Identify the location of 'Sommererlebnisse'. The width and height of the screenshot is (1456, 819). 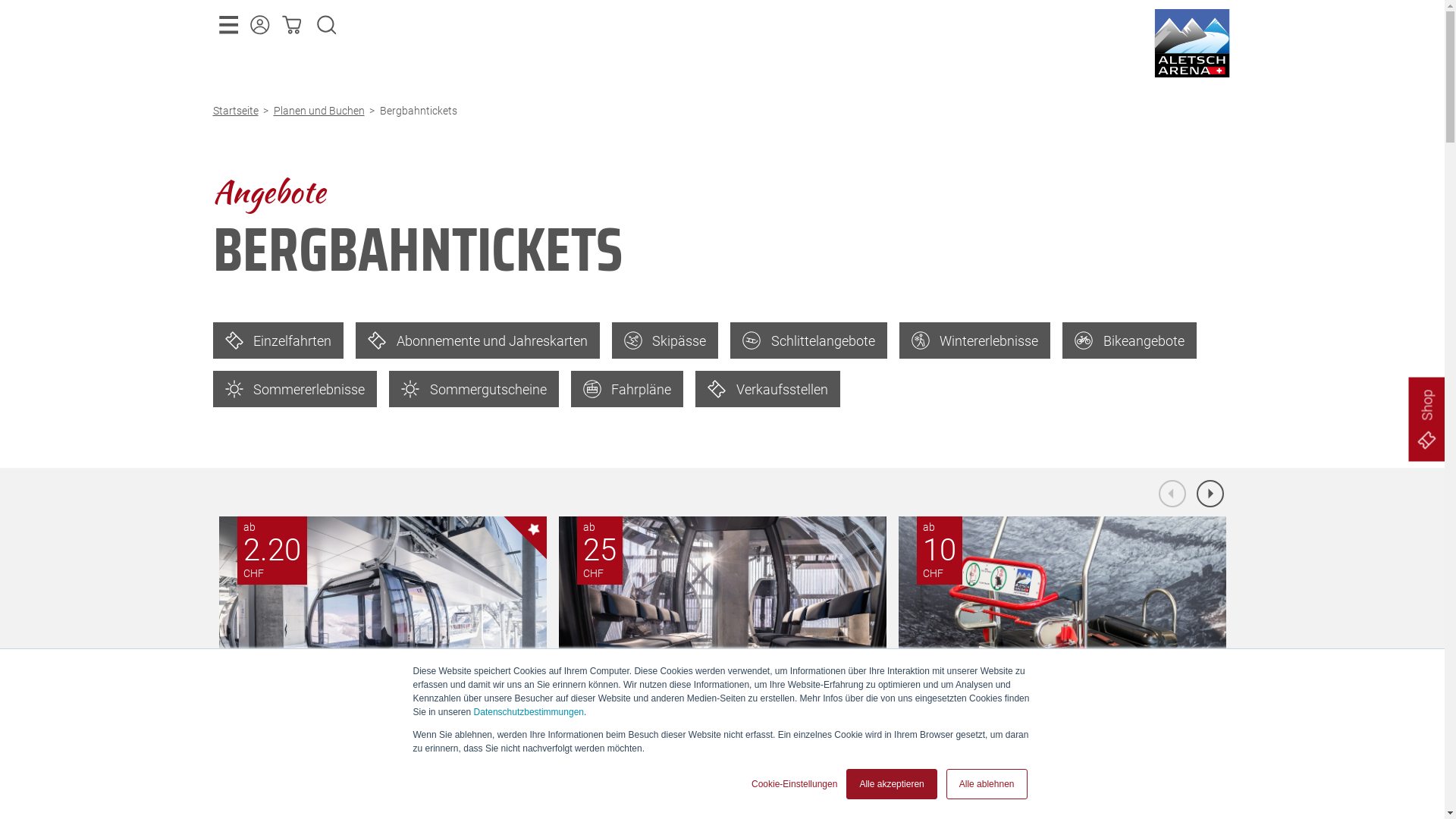
(294, 388).